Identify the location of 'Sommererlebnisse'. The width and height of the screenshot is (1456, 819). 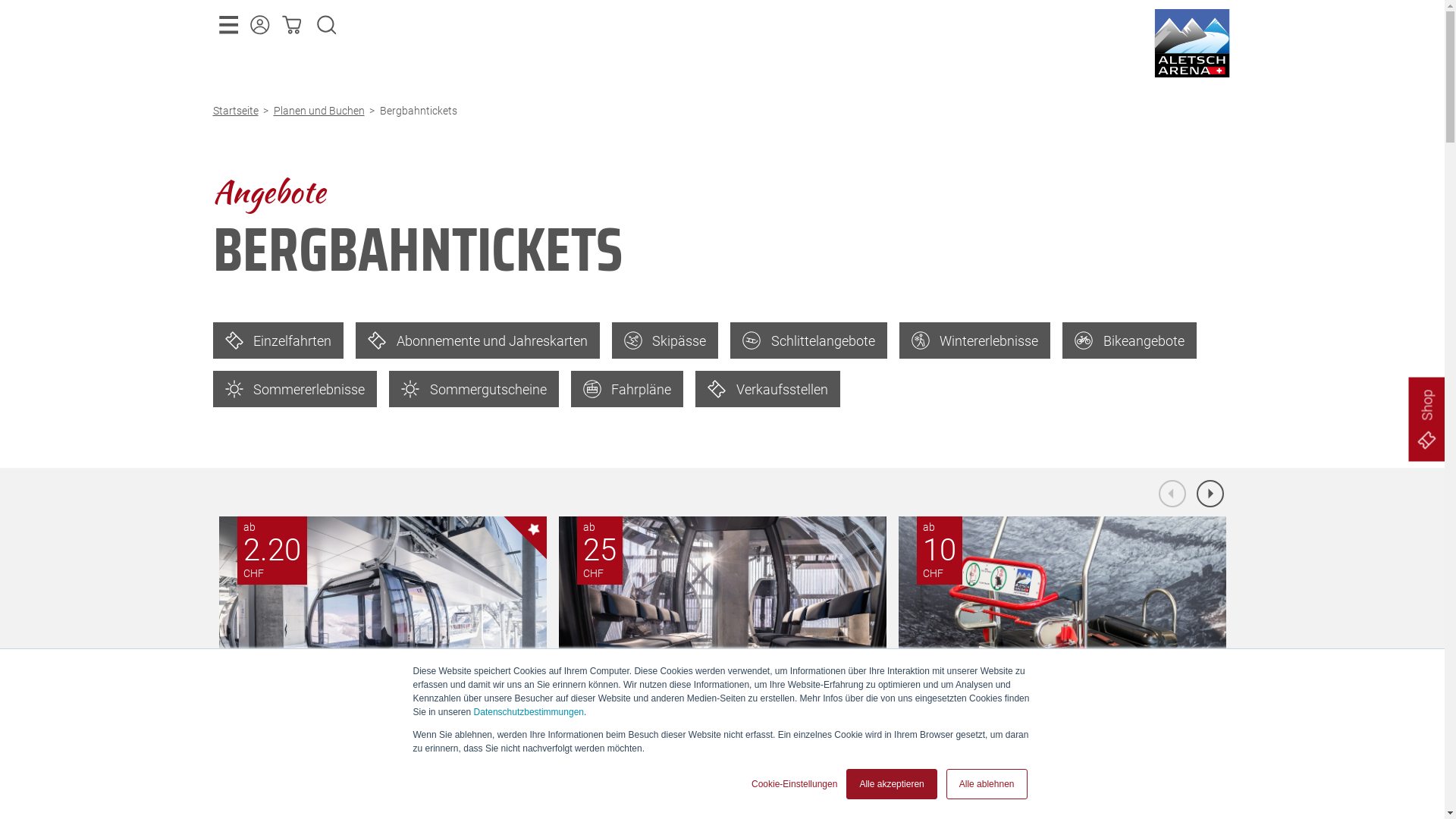
(294, 388).